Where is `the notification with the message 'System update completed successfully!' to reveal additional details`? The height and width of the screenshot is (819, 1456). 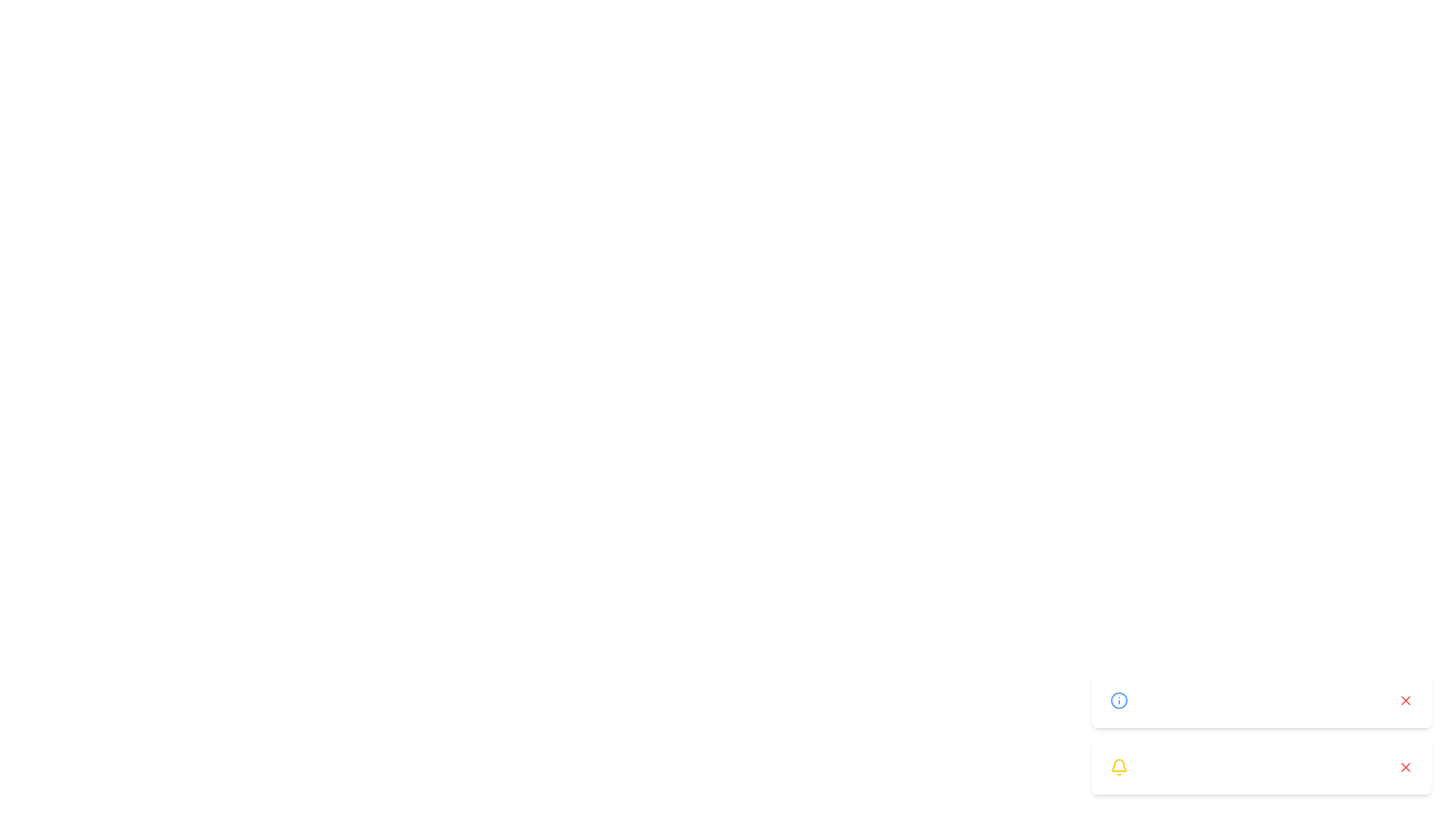
the notification with the message 'System update completed successfully!' to reveal additional details is located at coordinates (1262, 701).